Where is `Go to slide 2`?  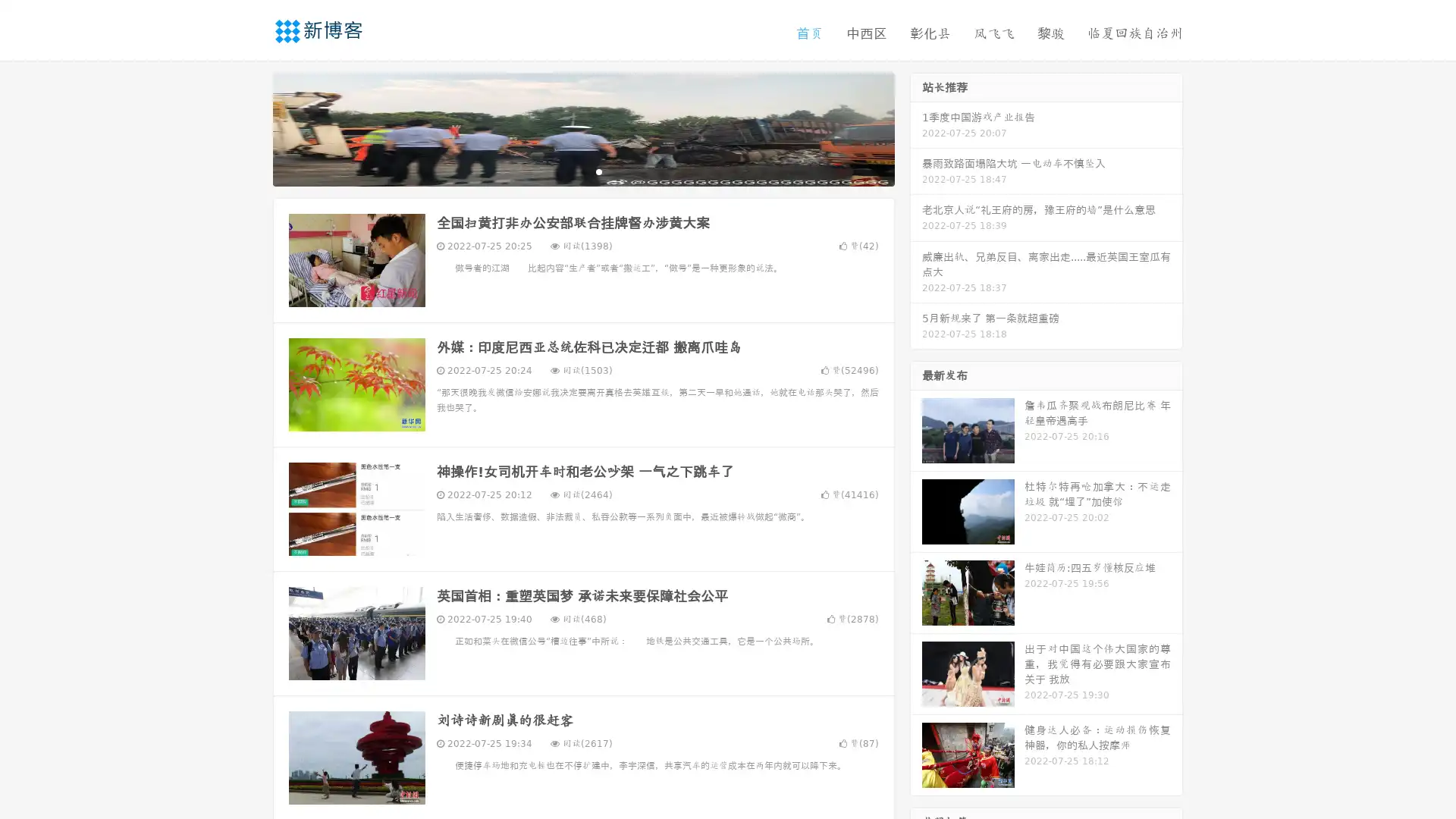 Go to slide 2 is located at coordinates (582, 171).